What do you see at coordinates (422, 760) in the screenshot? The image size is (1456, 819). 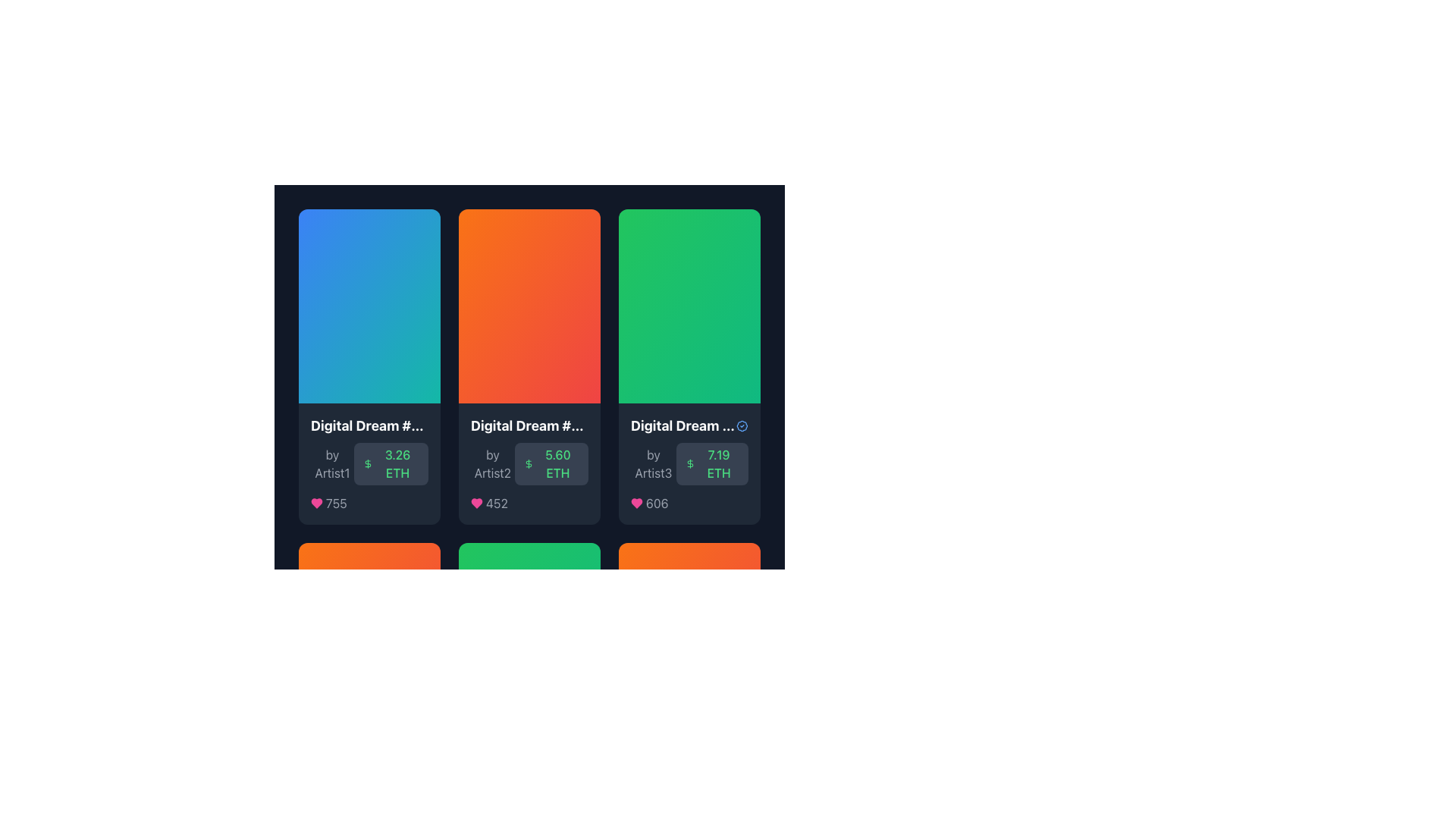 I see `the verification status by clicking on the icon located to the far-right of the text 'Digital Dream #1906'` at bounding box center [422, 760].